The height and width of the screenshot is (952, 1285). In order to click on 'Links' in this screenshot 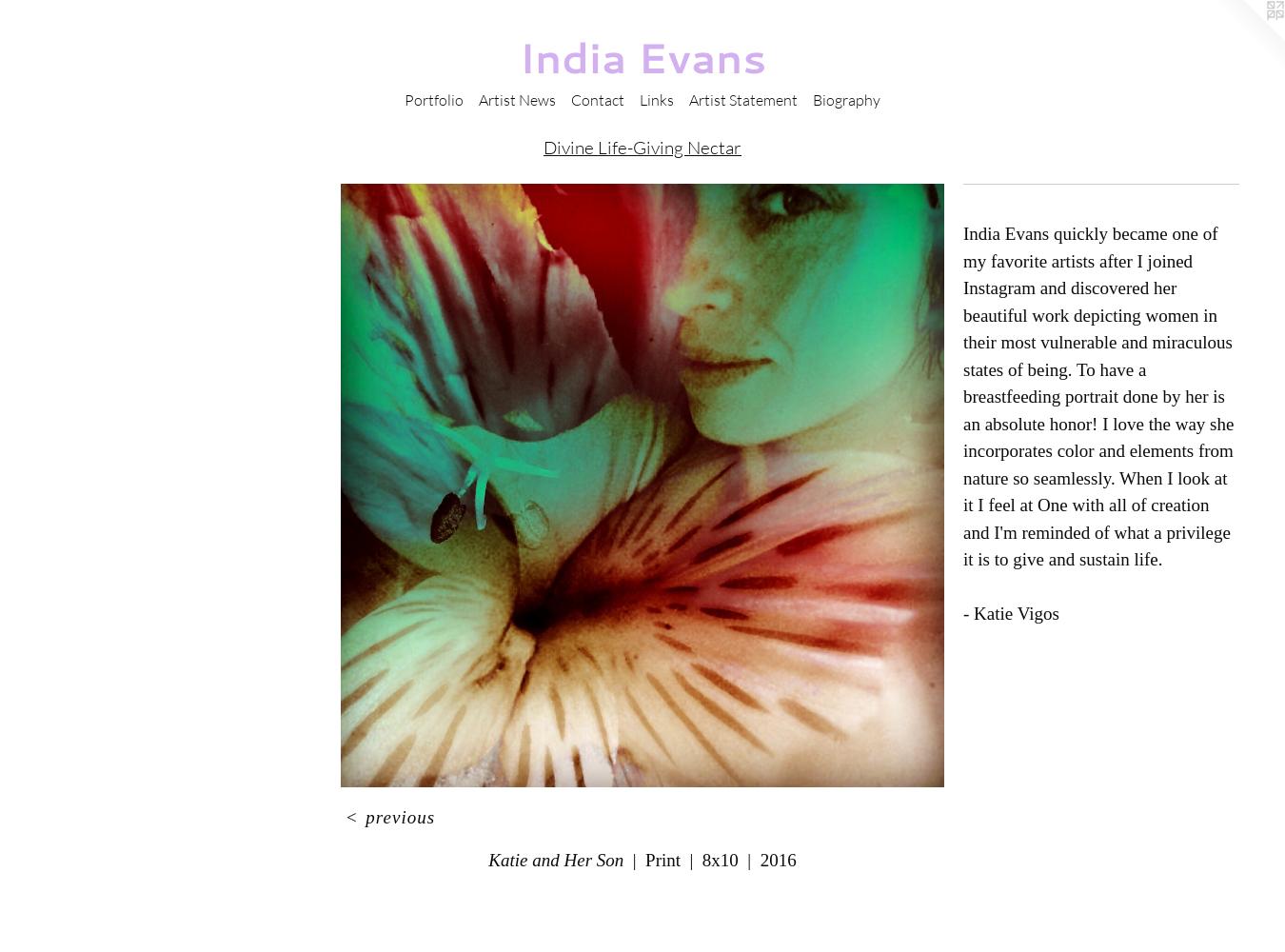, I will do `click(655, 99)`.